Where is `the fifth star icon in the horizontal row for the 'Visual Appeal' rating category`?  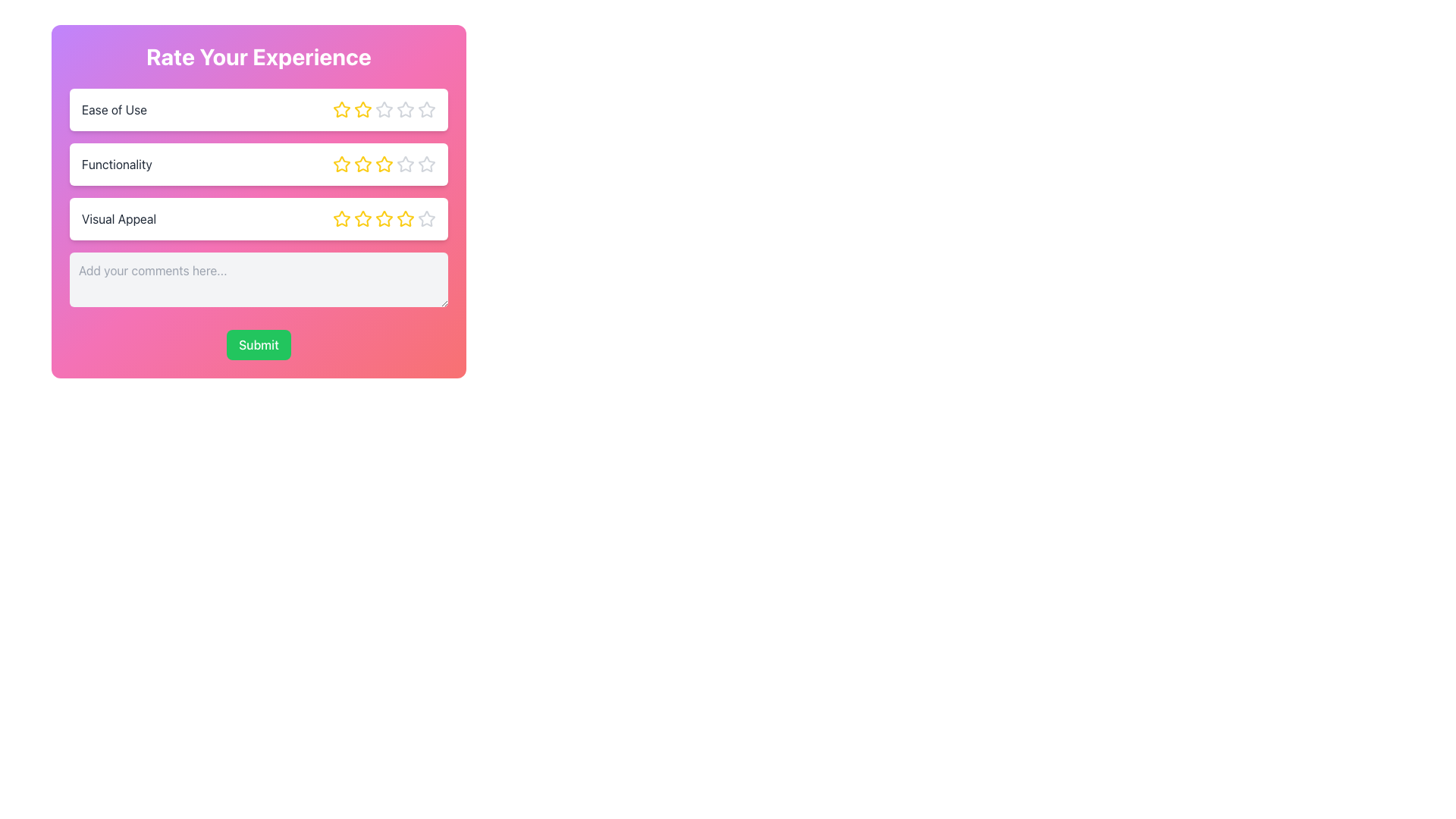
the fifth star icon in the horizontal row for the 'Visual Appeal' rating category is located at coordinates (425, 218).